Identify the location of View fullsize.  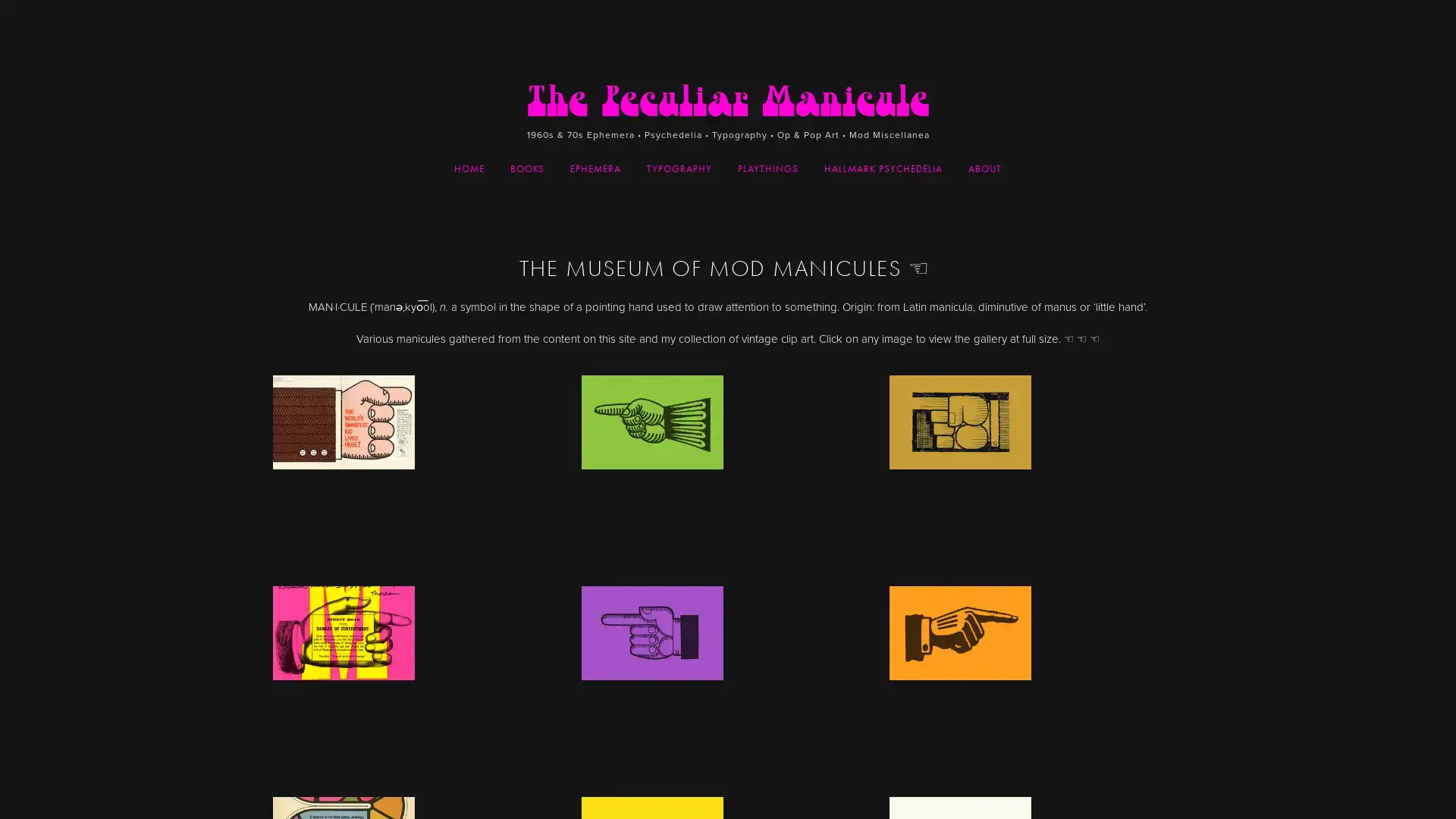
(419, 683).